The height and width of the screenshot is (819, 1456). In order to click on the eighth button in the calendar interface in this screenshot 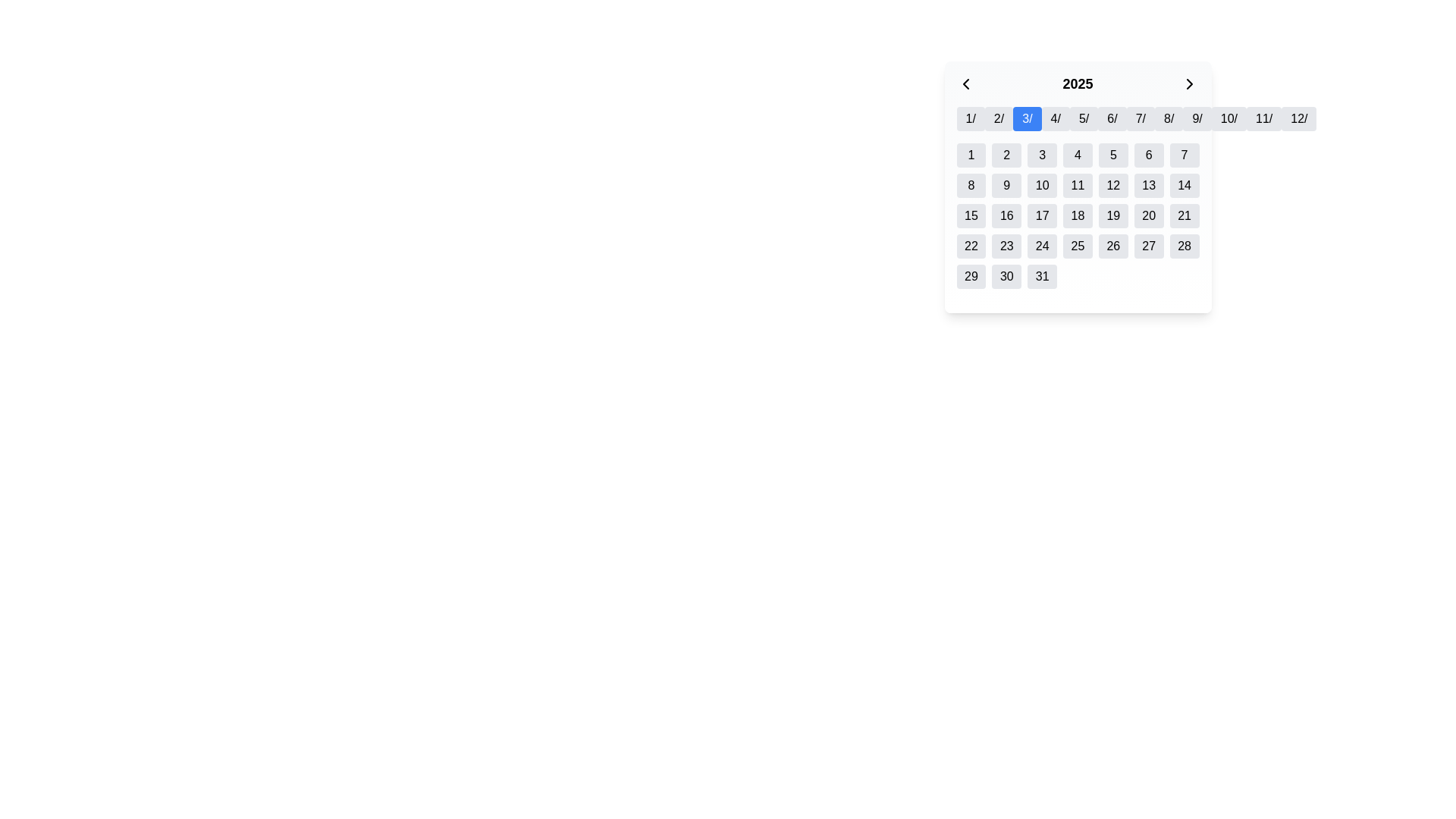, I will do `click(1168, 118)`.